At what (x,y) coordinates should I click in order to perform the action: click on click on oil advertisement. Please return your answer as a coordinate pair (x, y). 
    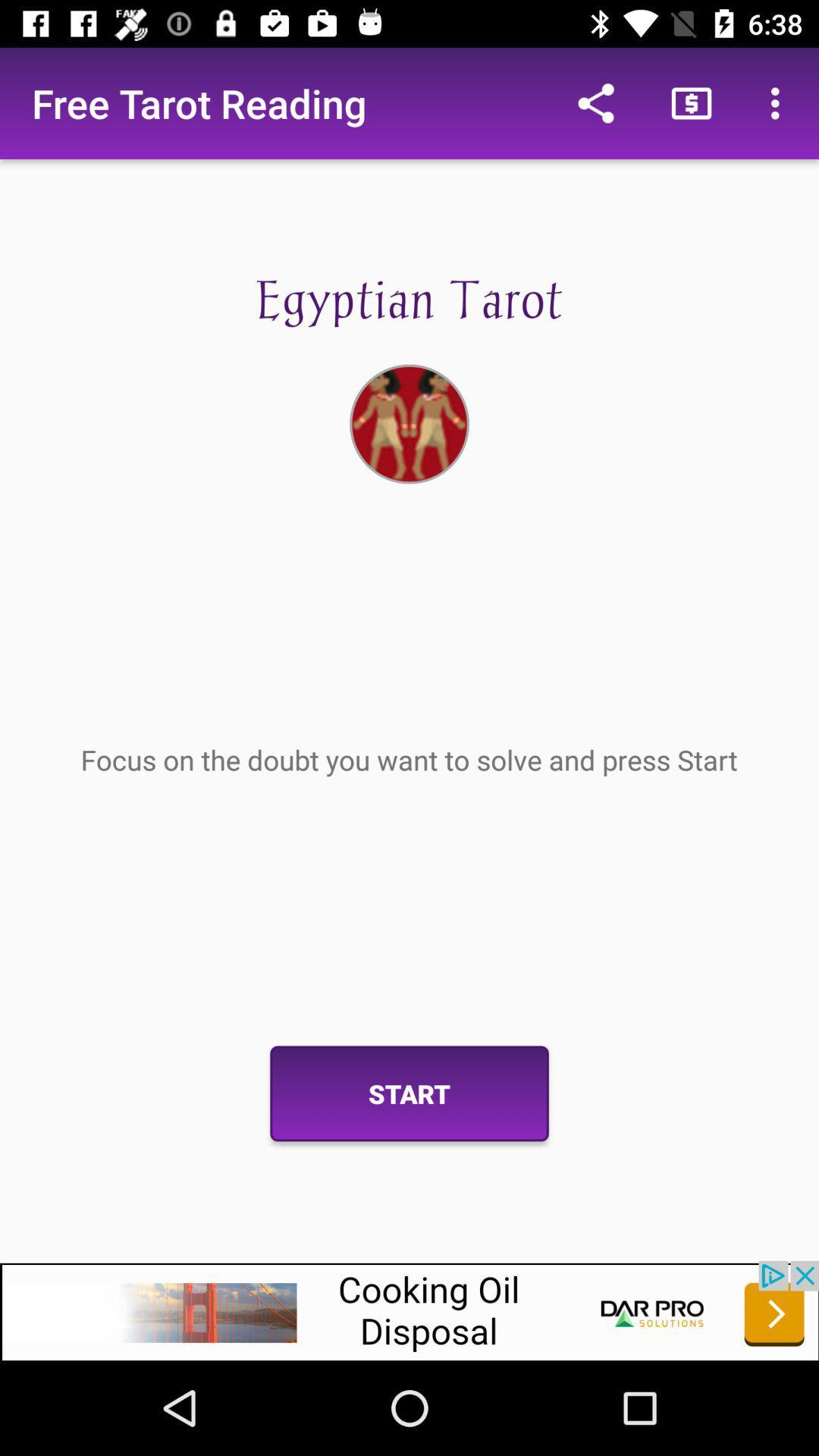
    Looking at the image, I should click on (409, 1310).